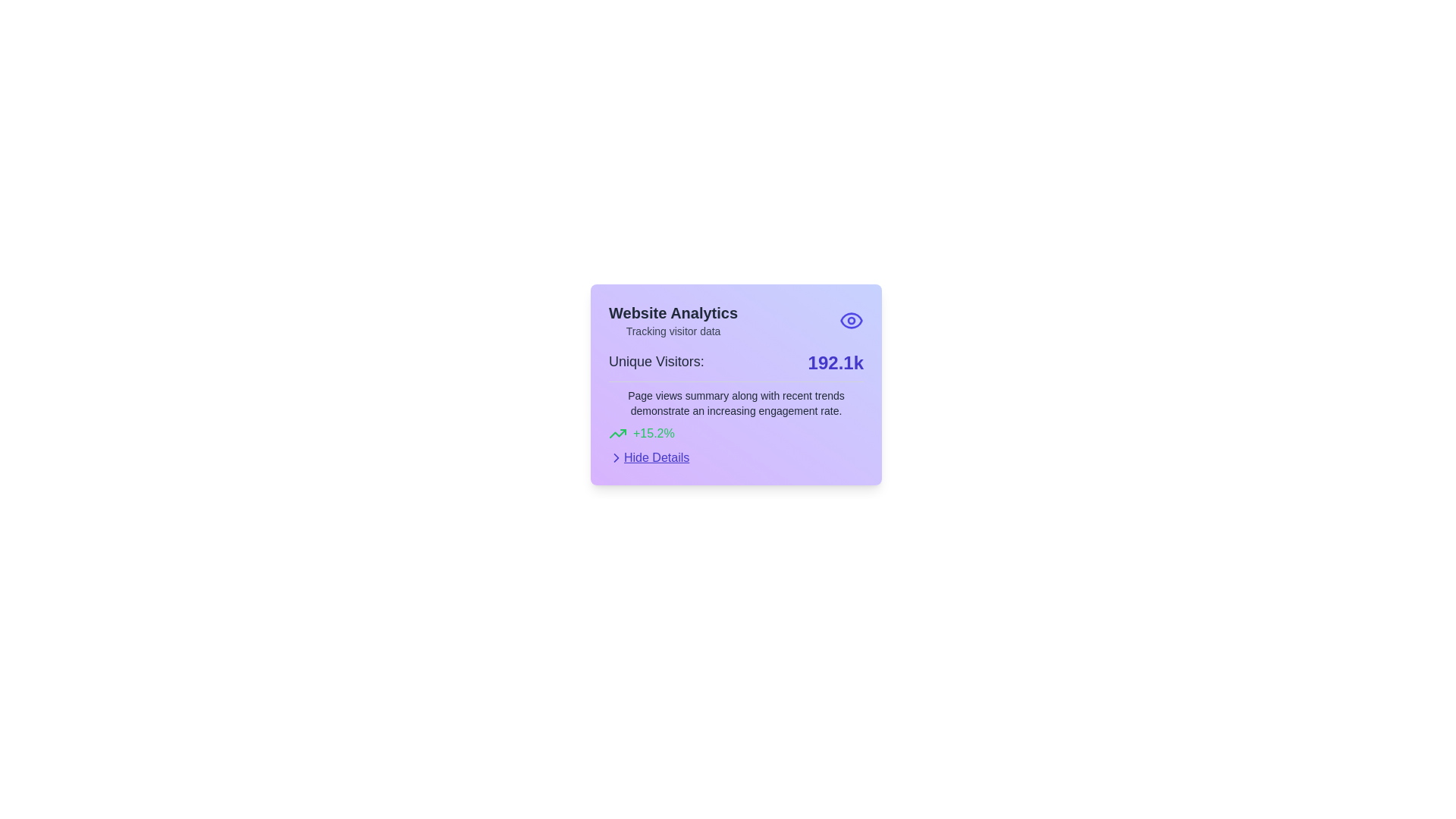 The image size is (1456, 819). I want to click on the data label 'Unique Visitors:', so click(736, 362).